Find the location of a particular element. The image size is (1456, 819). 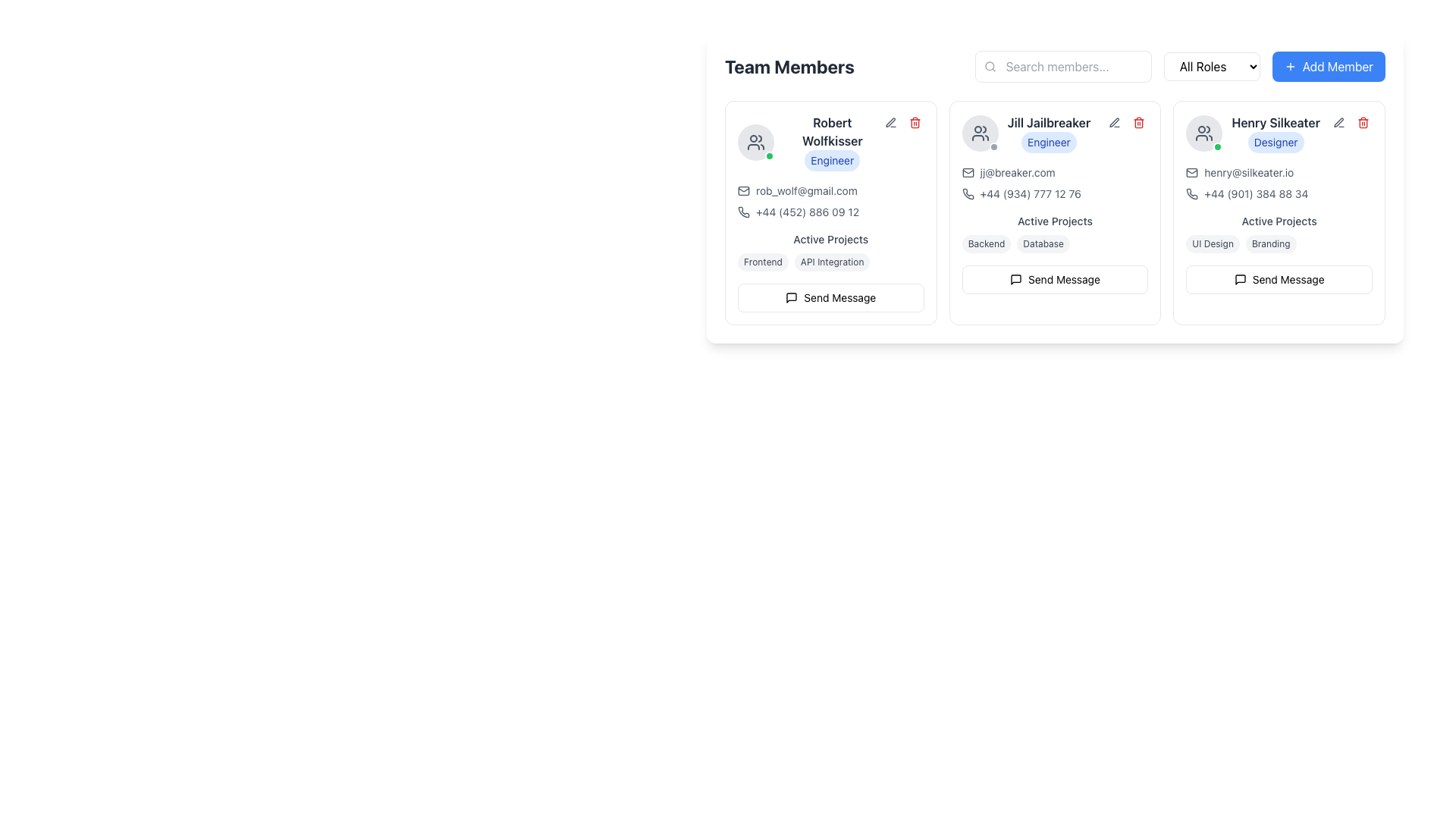

the plus sign icon within the 'Add Member' button located in the top-right corner of the interface is located at coordinates (1289, 66).